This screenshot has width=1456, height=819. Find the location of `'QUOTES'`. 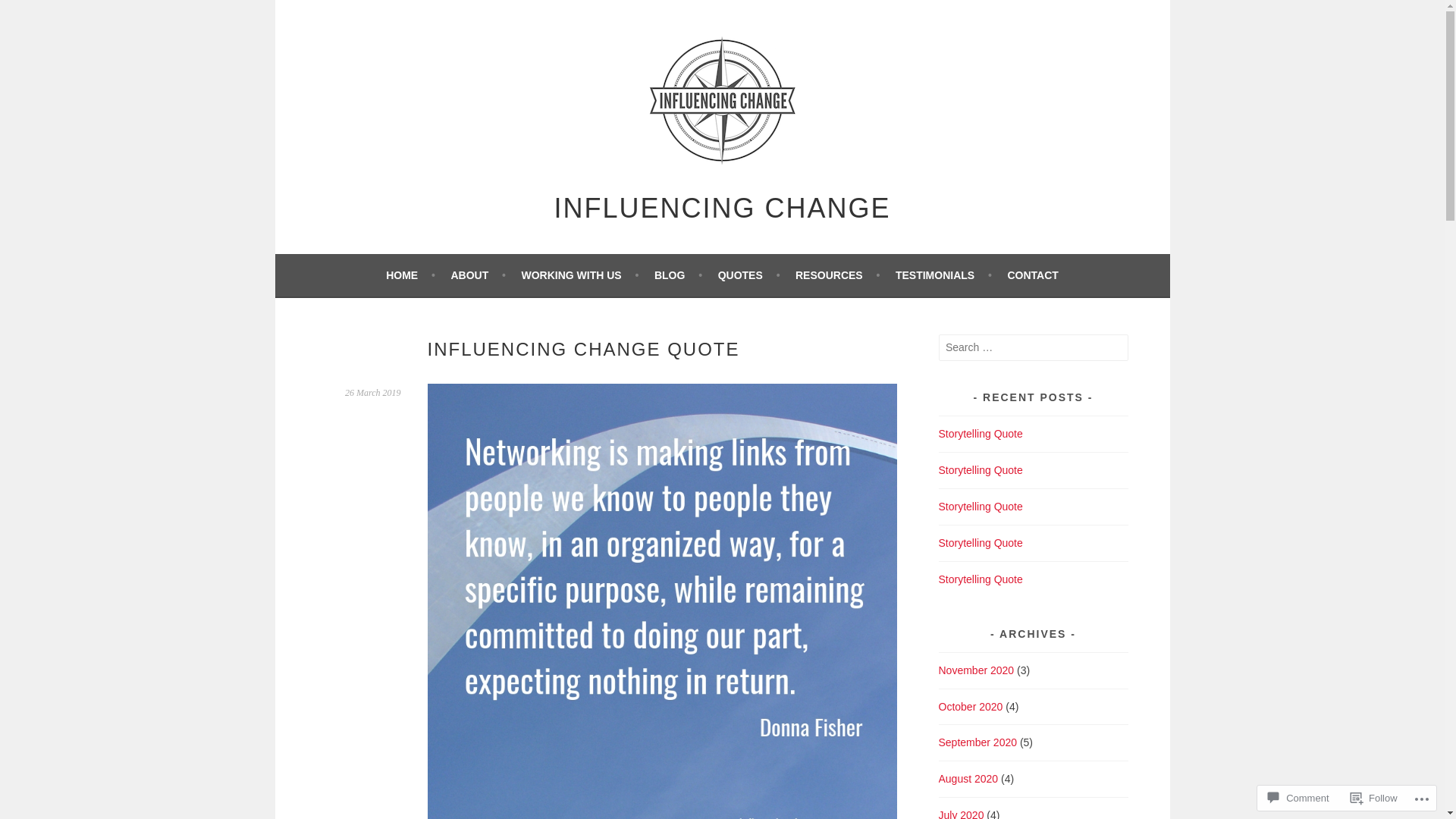

'QUOTES' is located at coordinates (749, 275).